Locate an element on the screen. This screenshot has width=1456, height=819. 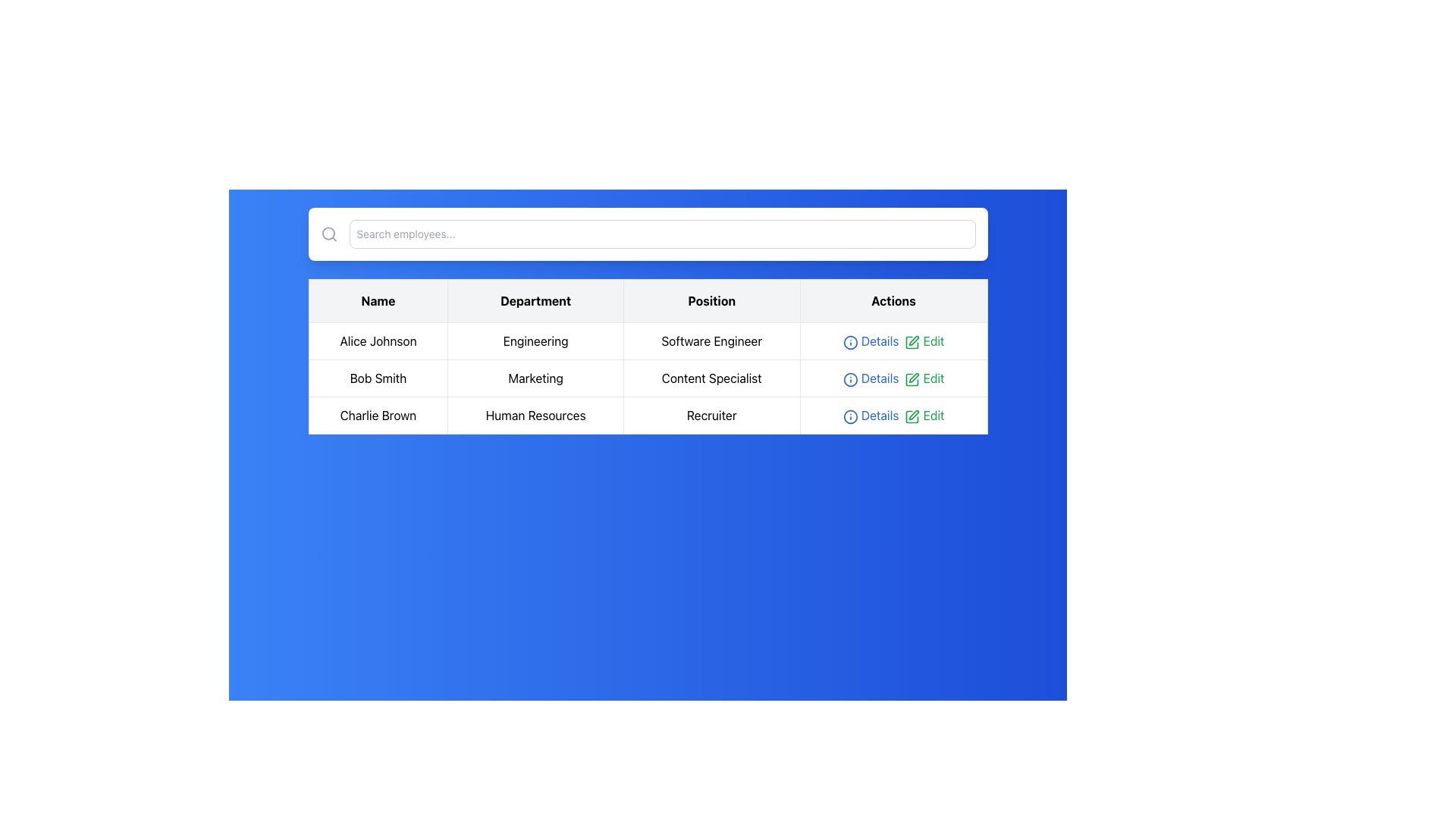
the circular information icon with a blue outline located in the 'Actions' column, to the left of the 'Details' text is located at coordinates (850, 378).